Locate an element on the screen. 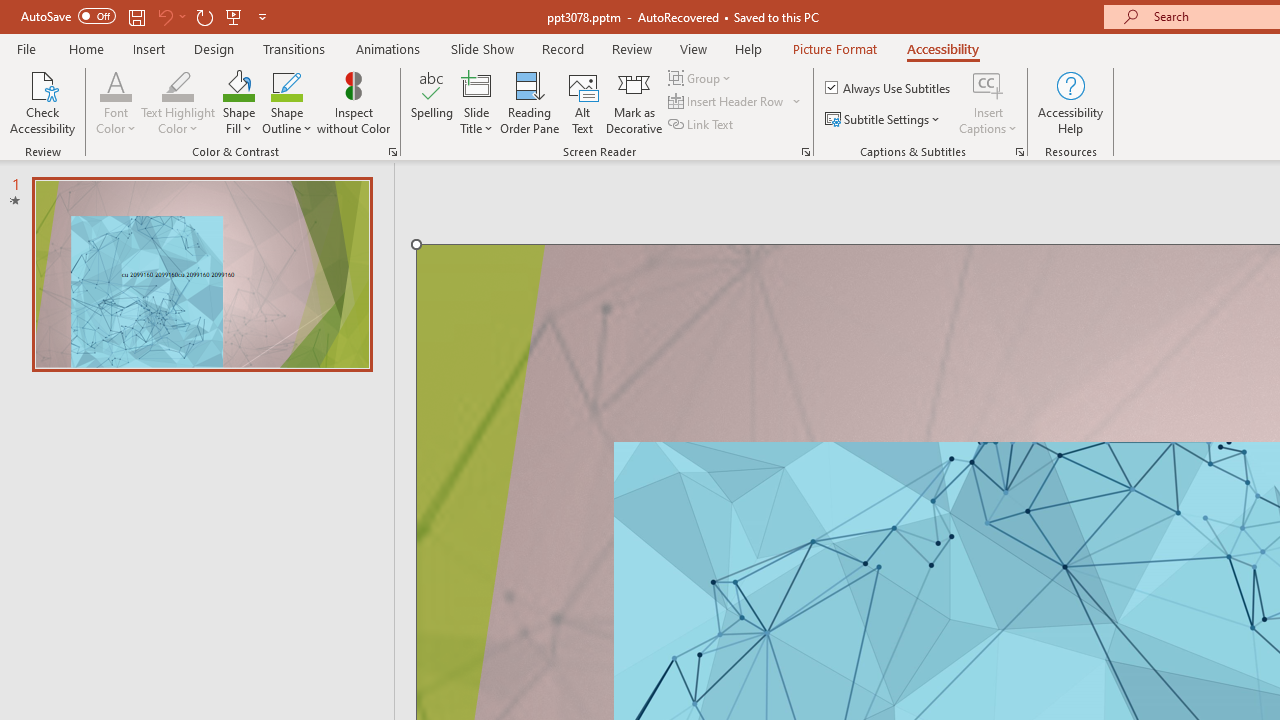  'Mark as Decorative' is located at coordinates (633, 103).